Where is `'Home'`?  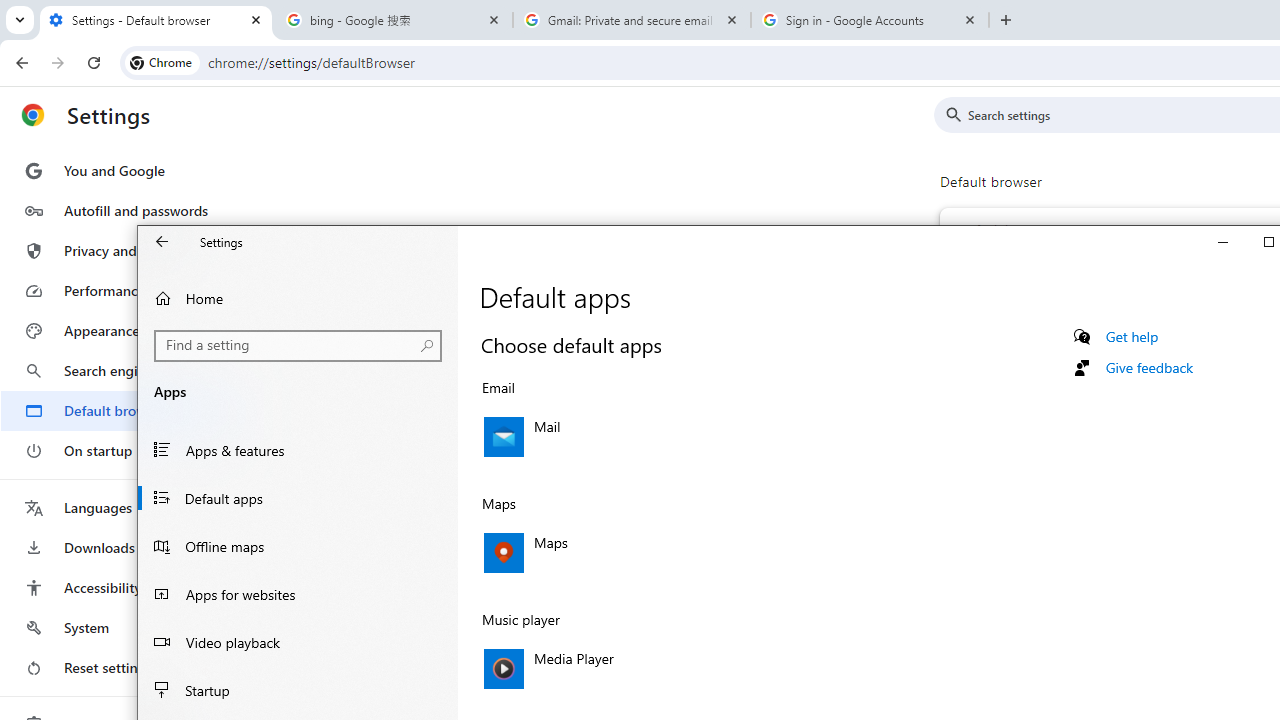 'Home' is located at coordinates (297, 298).